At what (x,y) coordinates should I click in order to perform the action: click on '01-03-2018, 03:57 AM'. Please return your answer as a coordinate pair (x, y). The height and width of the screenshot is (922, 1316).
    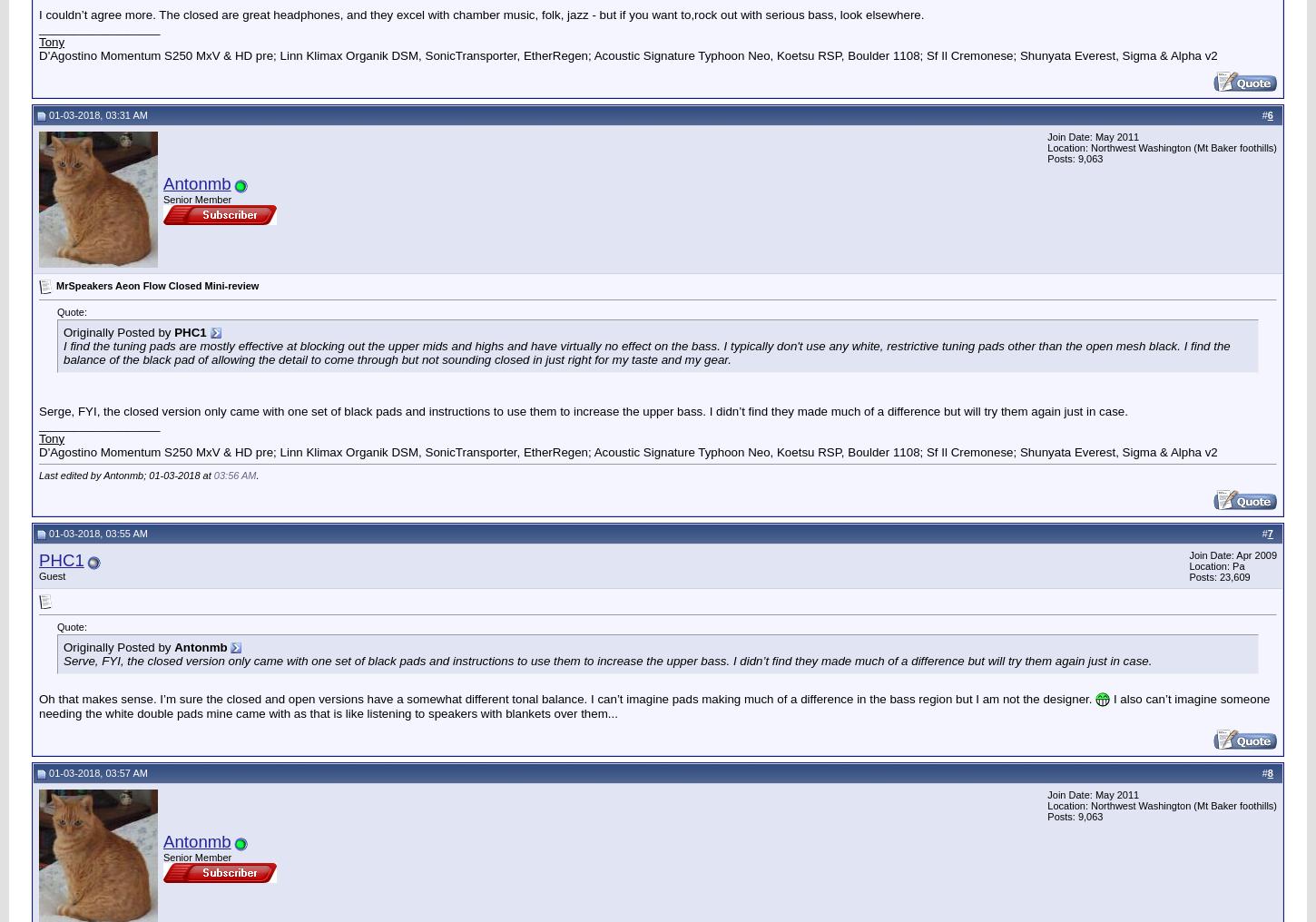
    Looking at the image, I should click on (46, 773).